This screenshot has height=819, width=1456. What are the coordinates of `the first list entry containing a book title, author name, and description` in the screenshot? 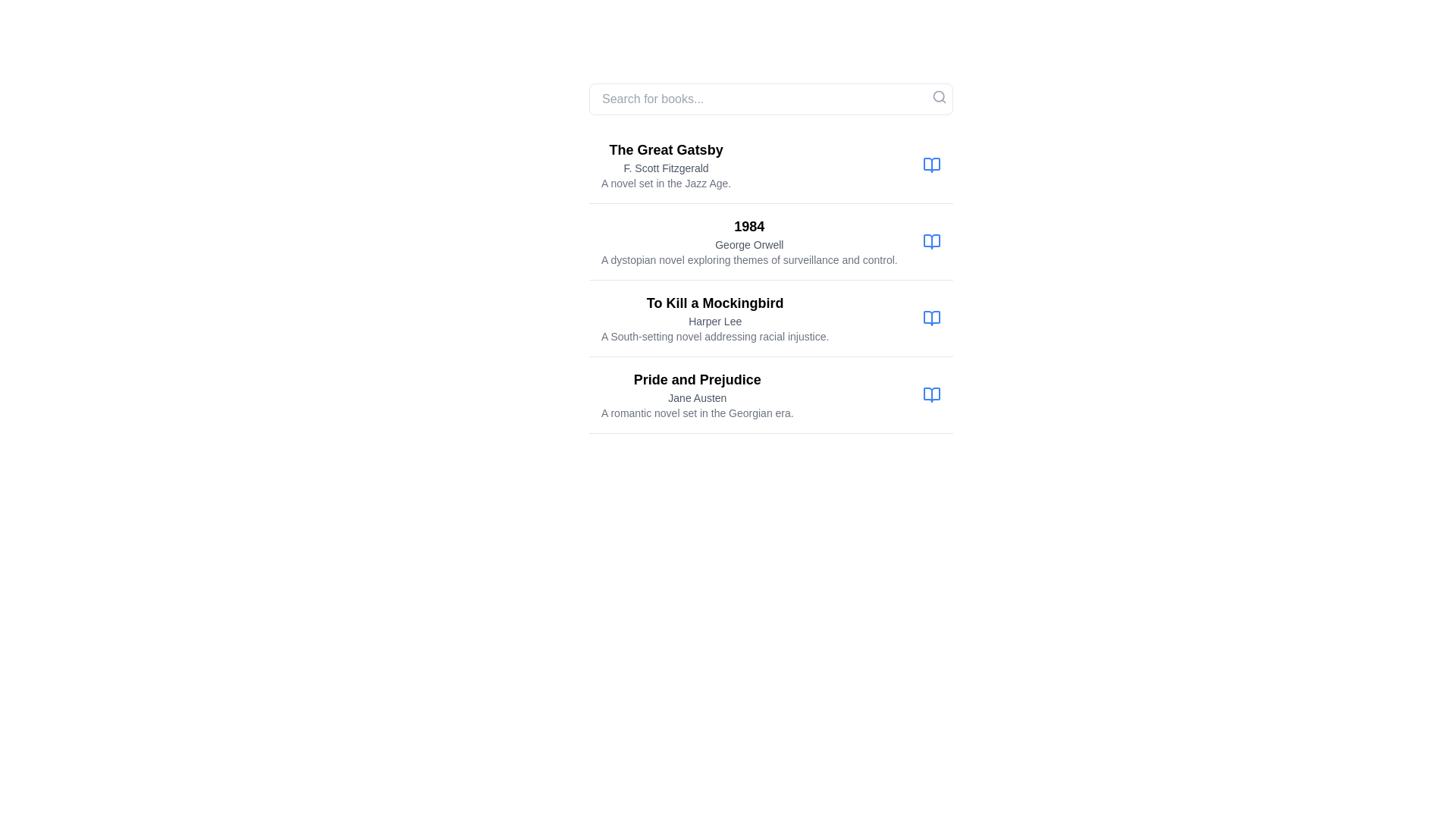 It's located at (771, 281).